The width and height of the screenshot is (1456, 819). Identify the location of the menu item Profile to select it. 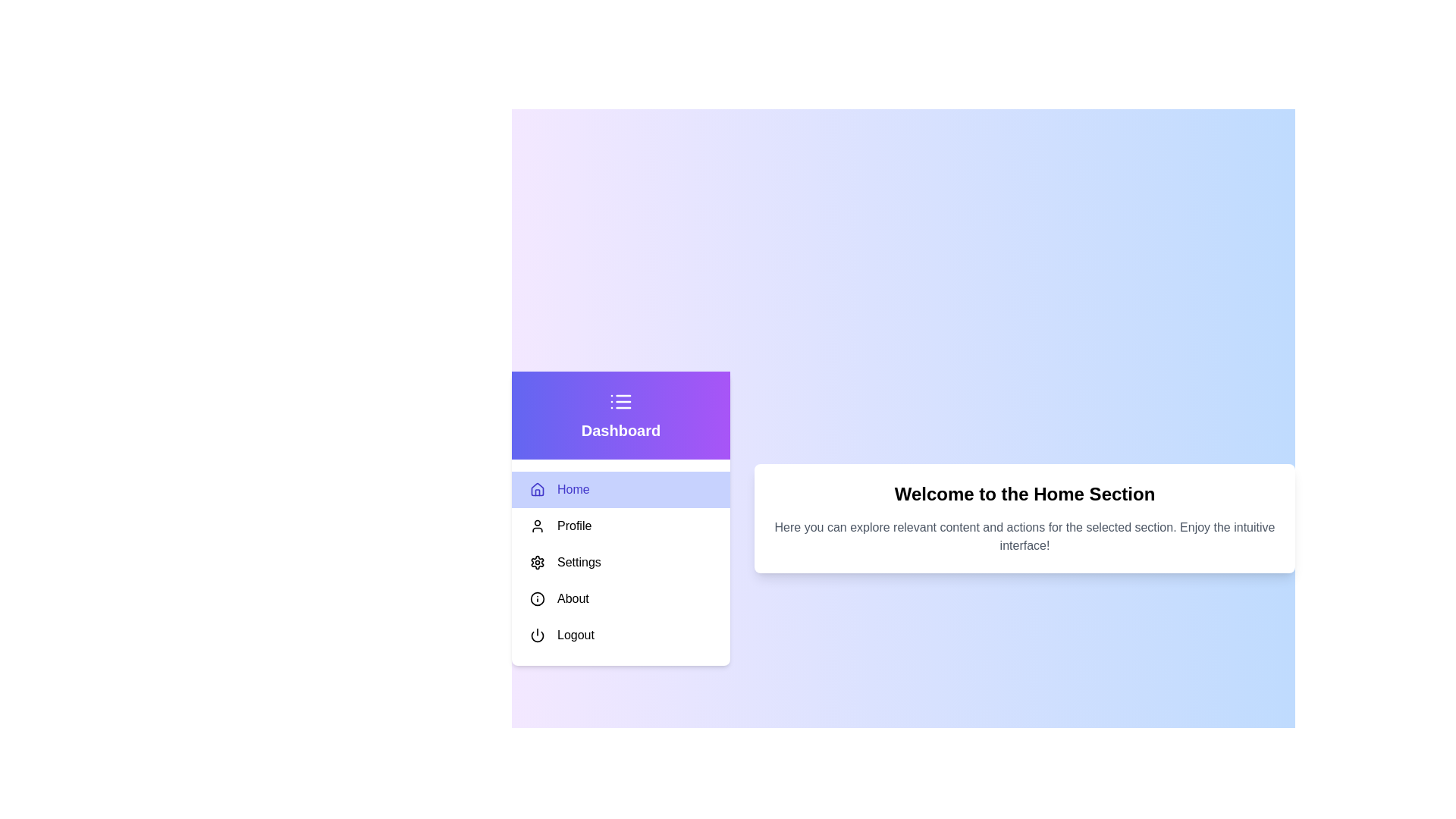
(621, 526).